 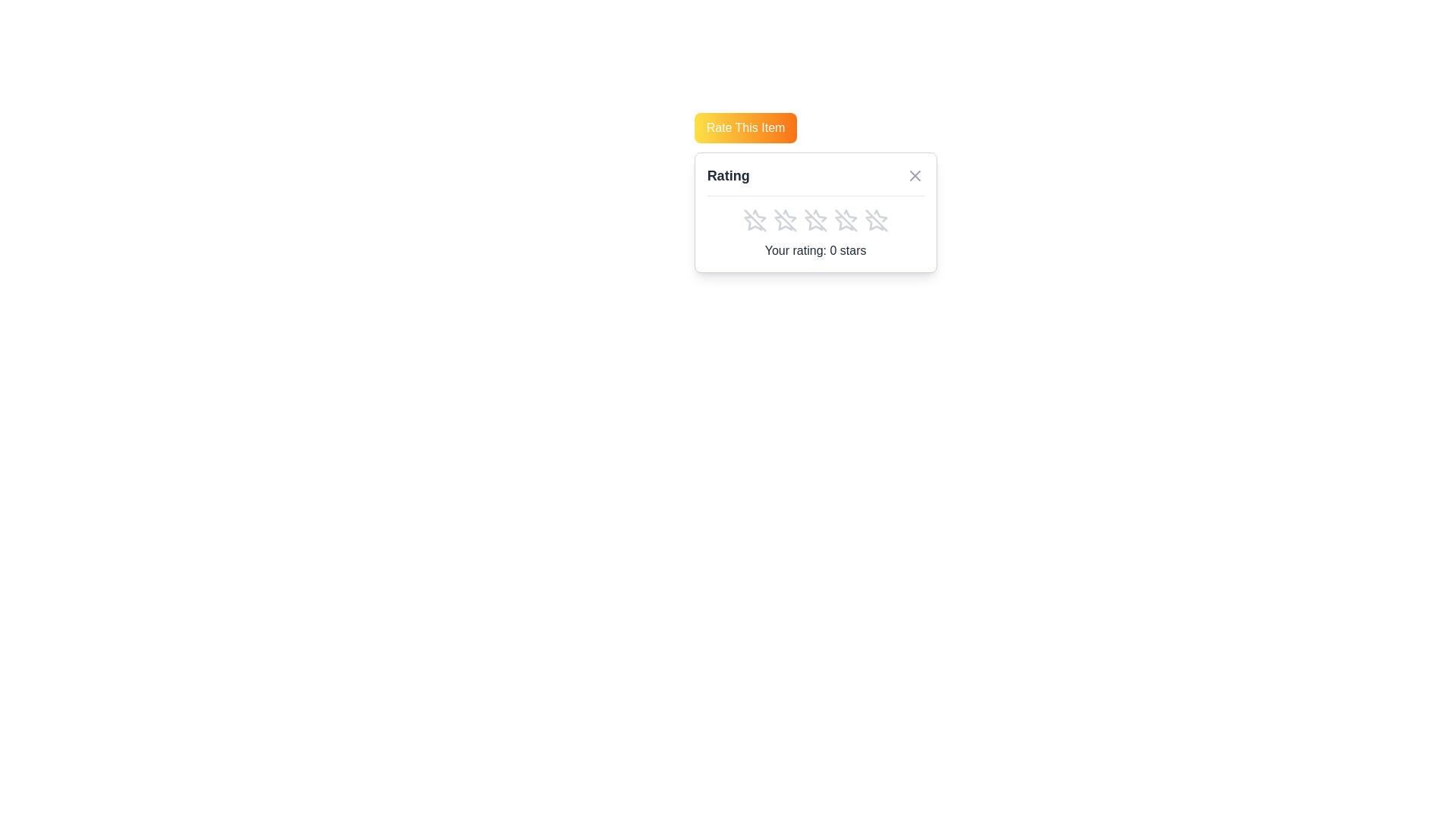 What do you see at coordinates (914, 174) in the screenshot?
I see `the small gray X-shaped icon button located at the top-right corner of the 'Rating' panel` at bounding box center [914, 174].